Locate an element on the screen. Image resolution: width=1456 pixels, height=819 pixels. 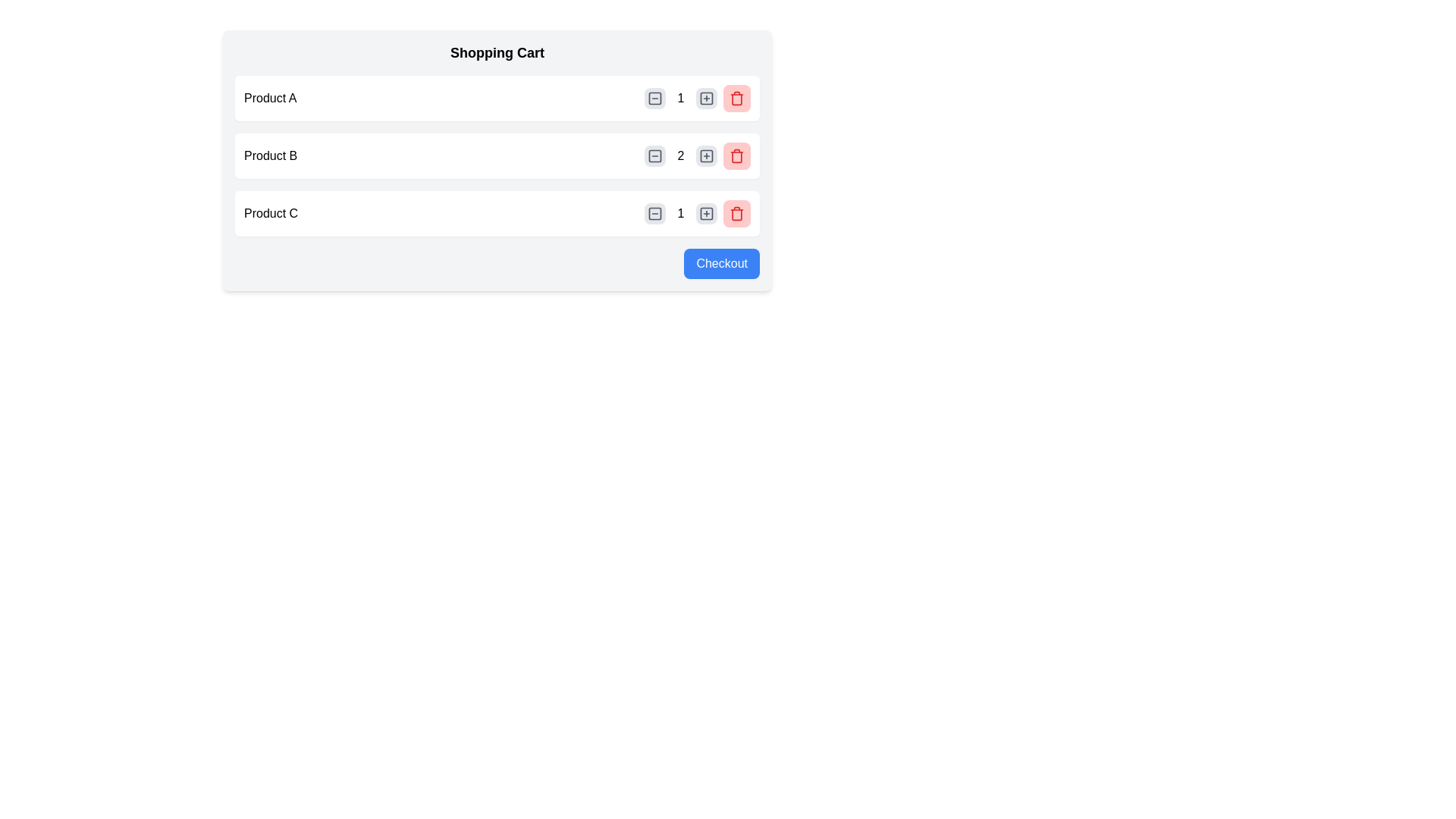
the 'decrease quantity' button located to the left of the quantity number for 'Product A' in the shopping cart interface to reduce the product quantity is located at coordinates (655, 99).